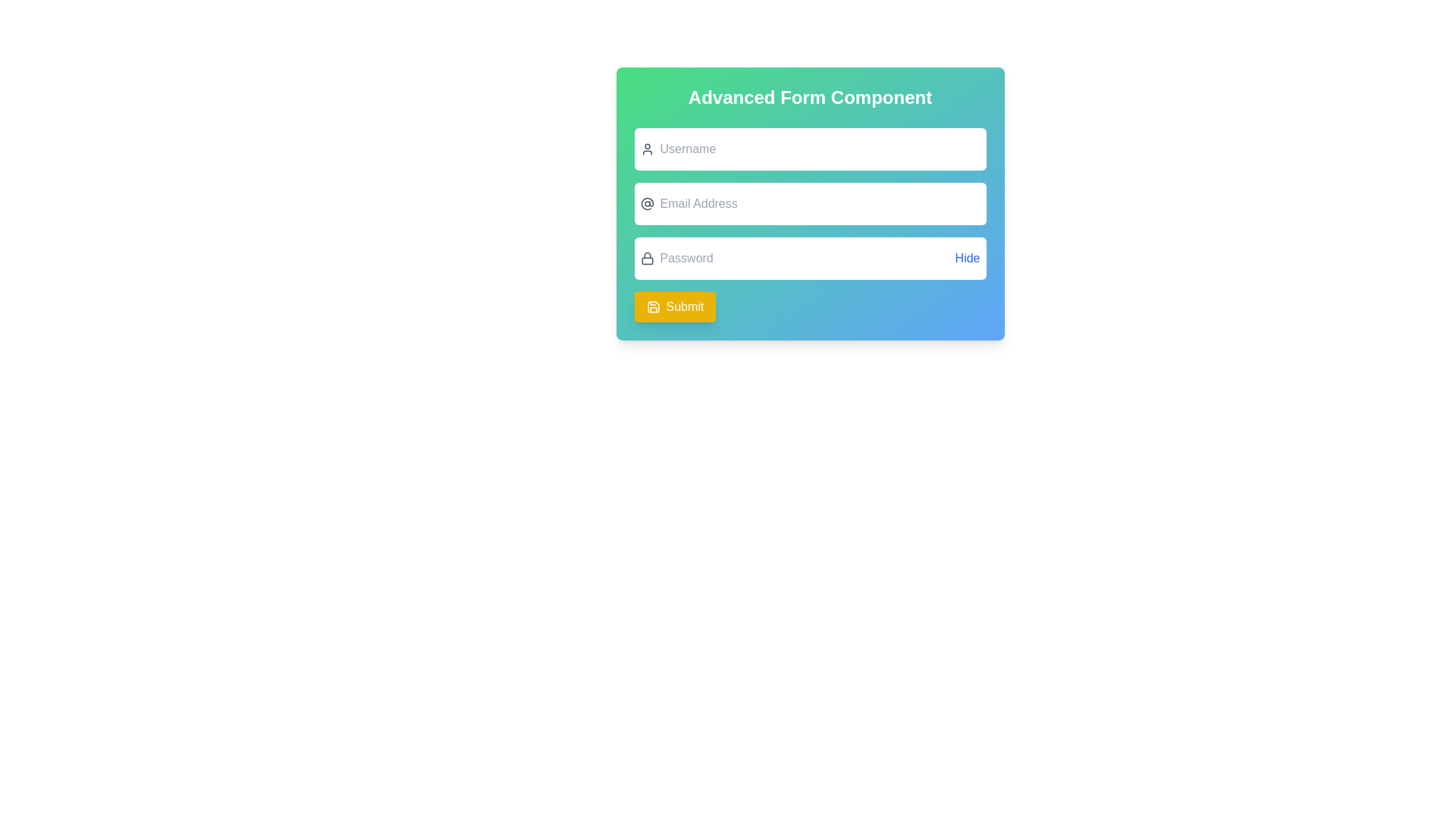 The height and width of the screenshot is (819, 1456). I want to click on the small save icon, which is a floppy disk outline located at the center of the 'Submit' button in the bottom-left corner of the form, so click(653, 307).